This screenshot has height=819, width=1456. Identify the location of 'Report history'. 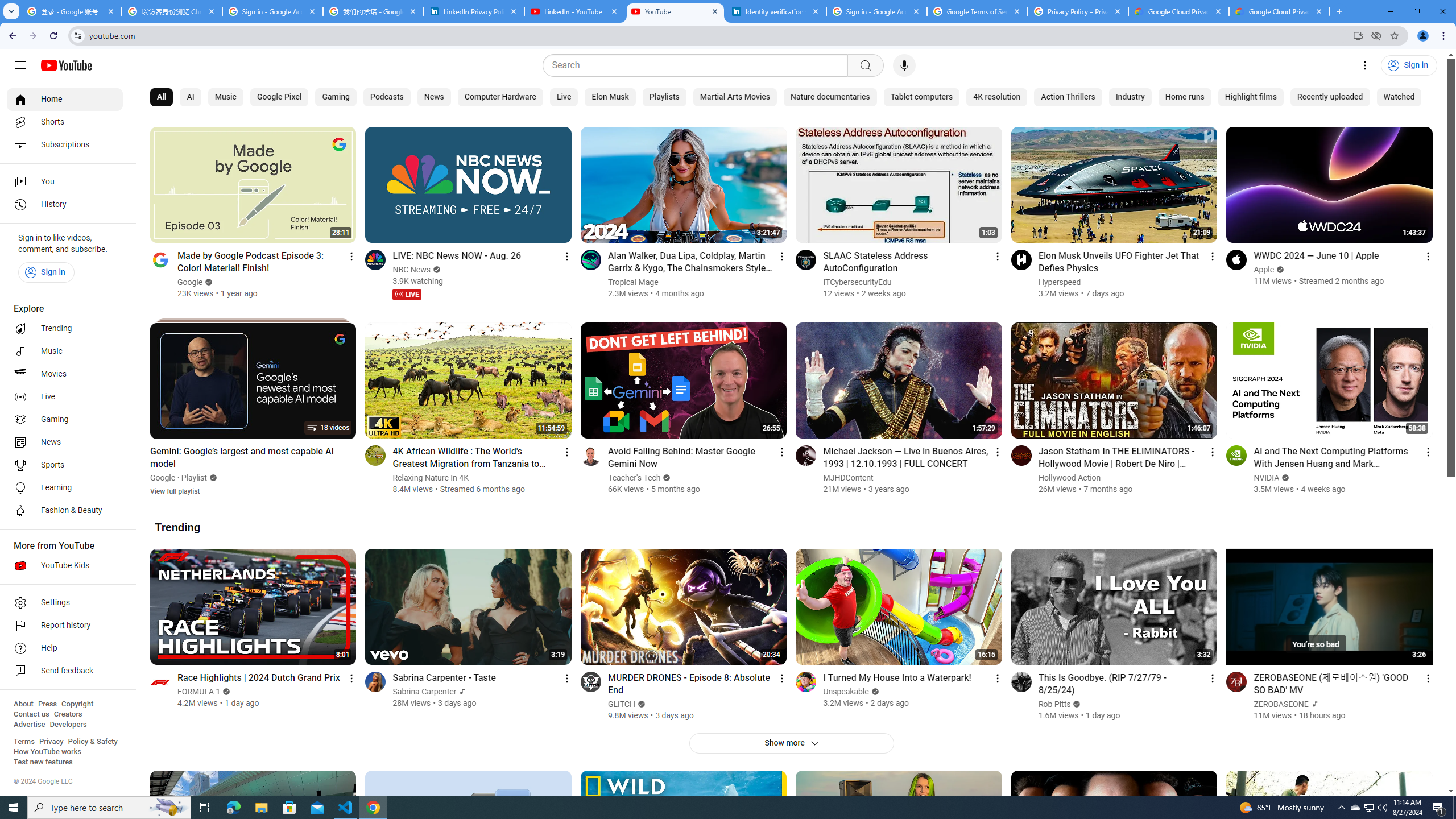
(64, 625).